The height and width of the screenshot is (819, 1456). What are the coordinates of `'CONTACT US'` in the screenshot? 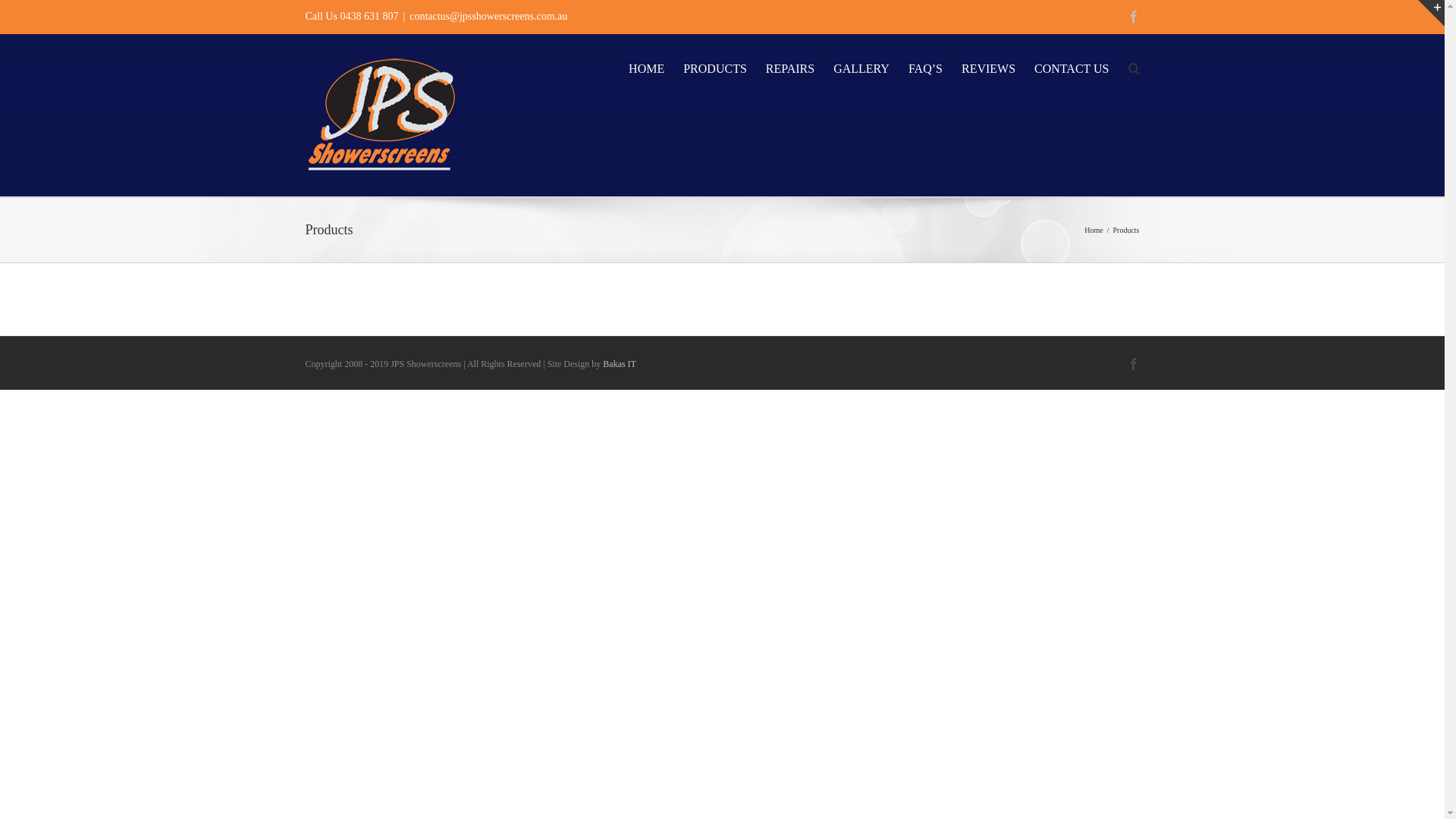 It's located at (1070, 66).